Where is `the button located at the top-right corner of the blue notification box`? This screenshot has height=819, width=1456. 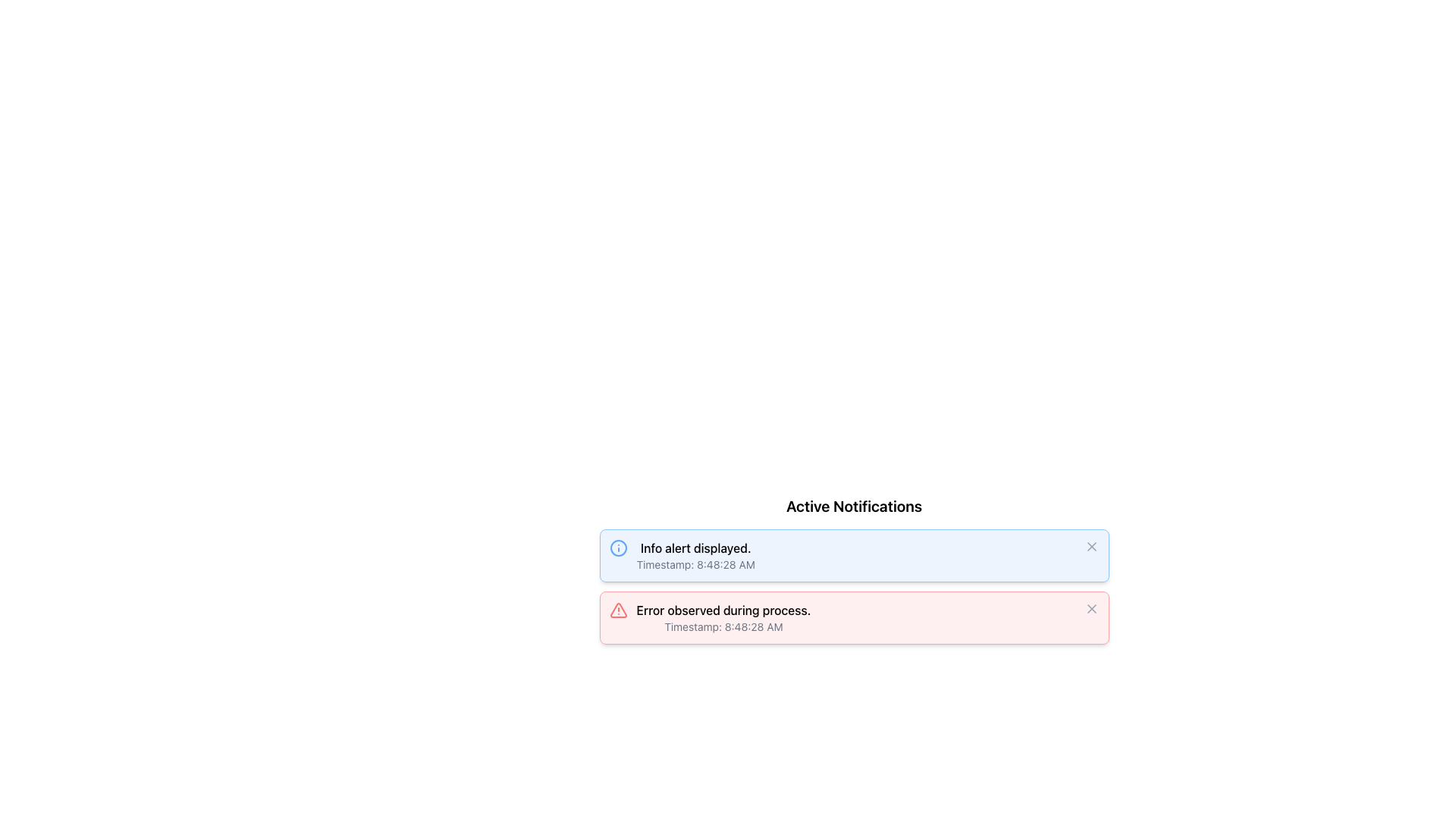 the button located at the top-right corner of the blue notification box is located at coordinates (1090, 547).